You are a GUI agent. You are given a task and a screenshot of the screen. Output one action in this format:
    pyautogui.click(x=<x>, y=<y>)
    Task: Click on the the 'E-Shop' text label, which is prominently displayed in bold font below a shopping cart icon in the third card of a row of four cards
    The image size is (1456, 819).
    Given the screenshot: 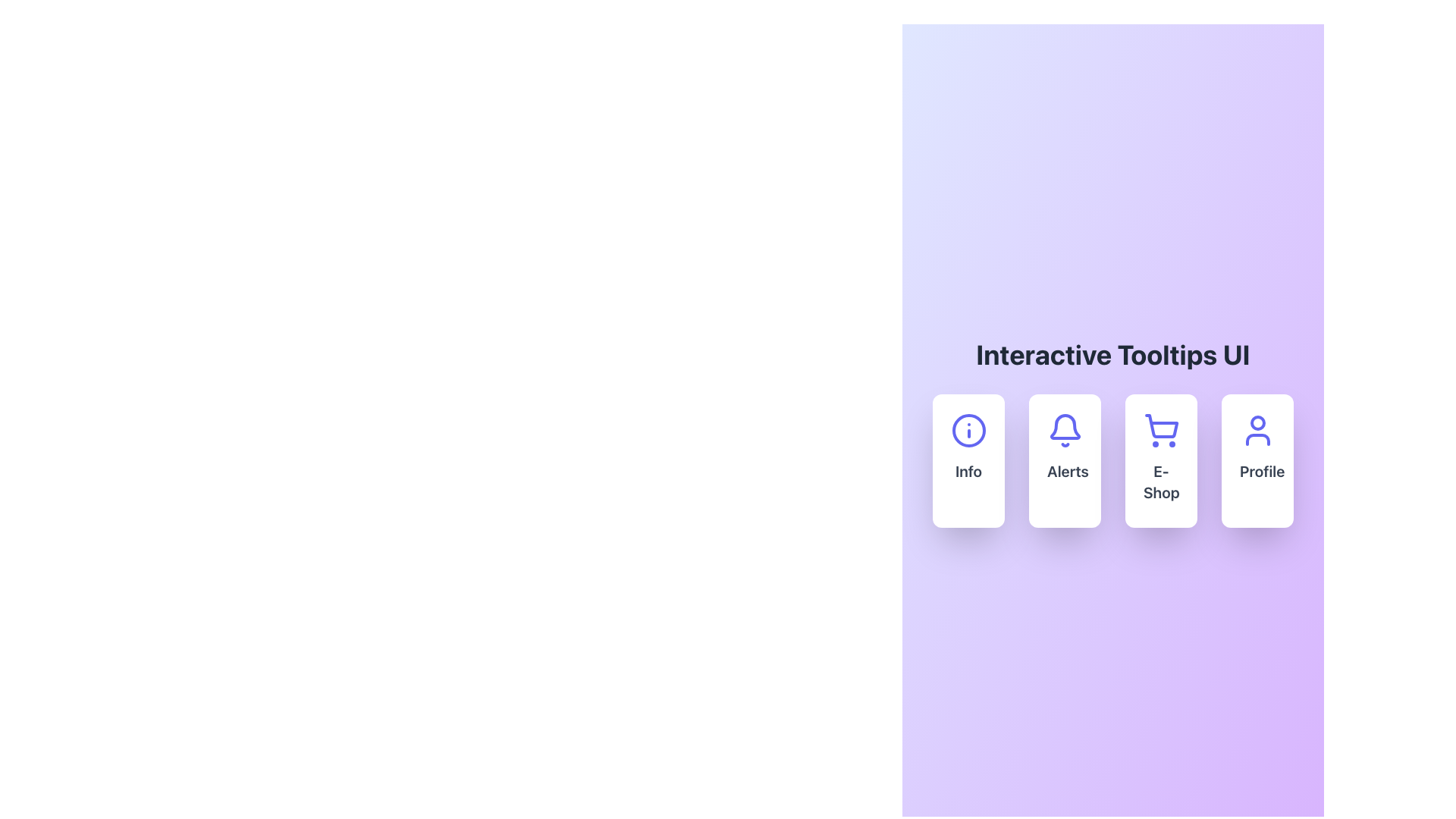 What is the action you would take?
    pyautogui.click(x=1160, y=482)
    